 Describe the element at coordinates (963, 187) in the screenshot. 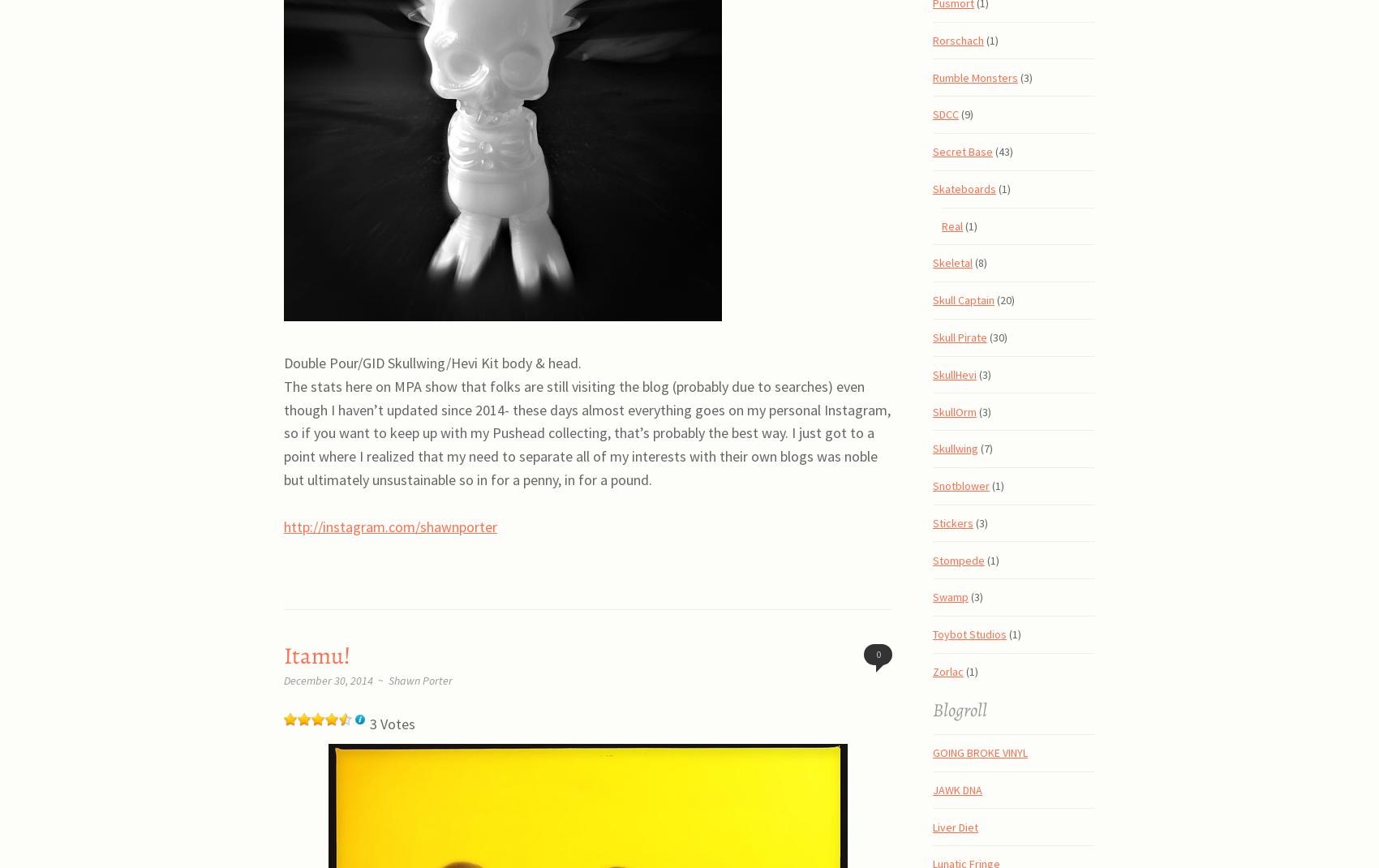

I see `'Skateboards'` at that location.